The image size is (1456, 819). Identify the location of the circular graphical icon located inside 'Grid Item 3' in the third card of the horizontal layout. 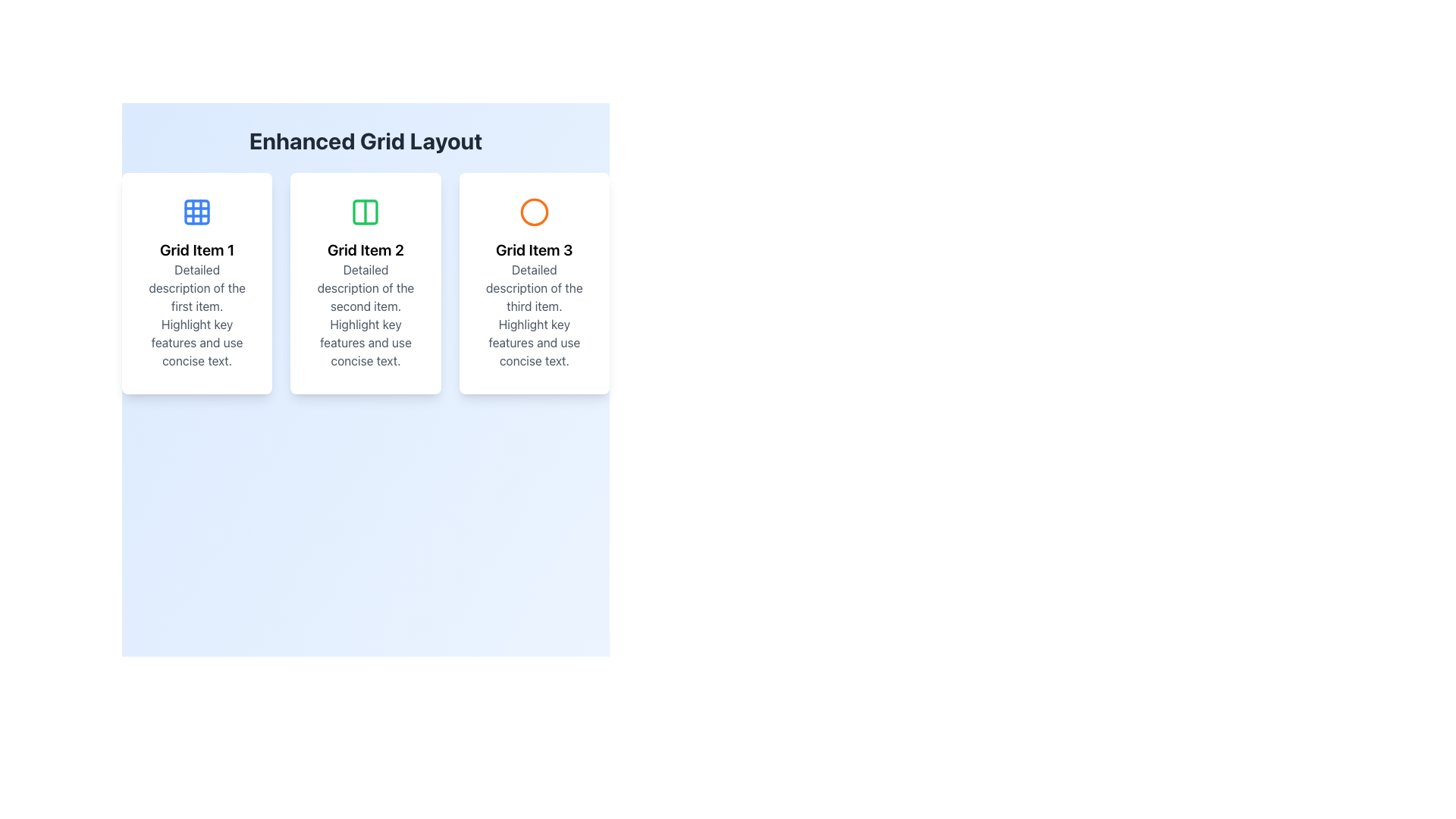
(534, 212).